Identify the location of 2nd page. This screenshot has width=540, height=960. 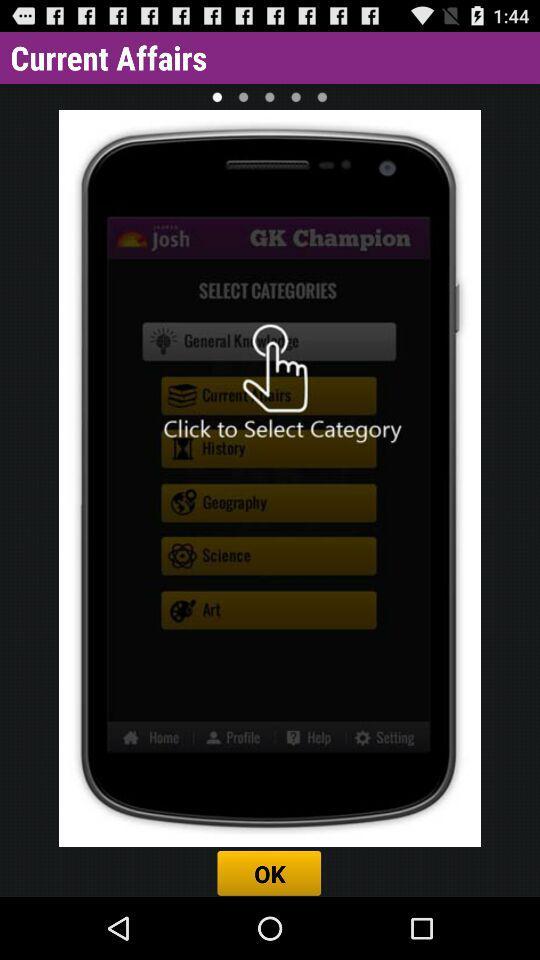
(243, 96).